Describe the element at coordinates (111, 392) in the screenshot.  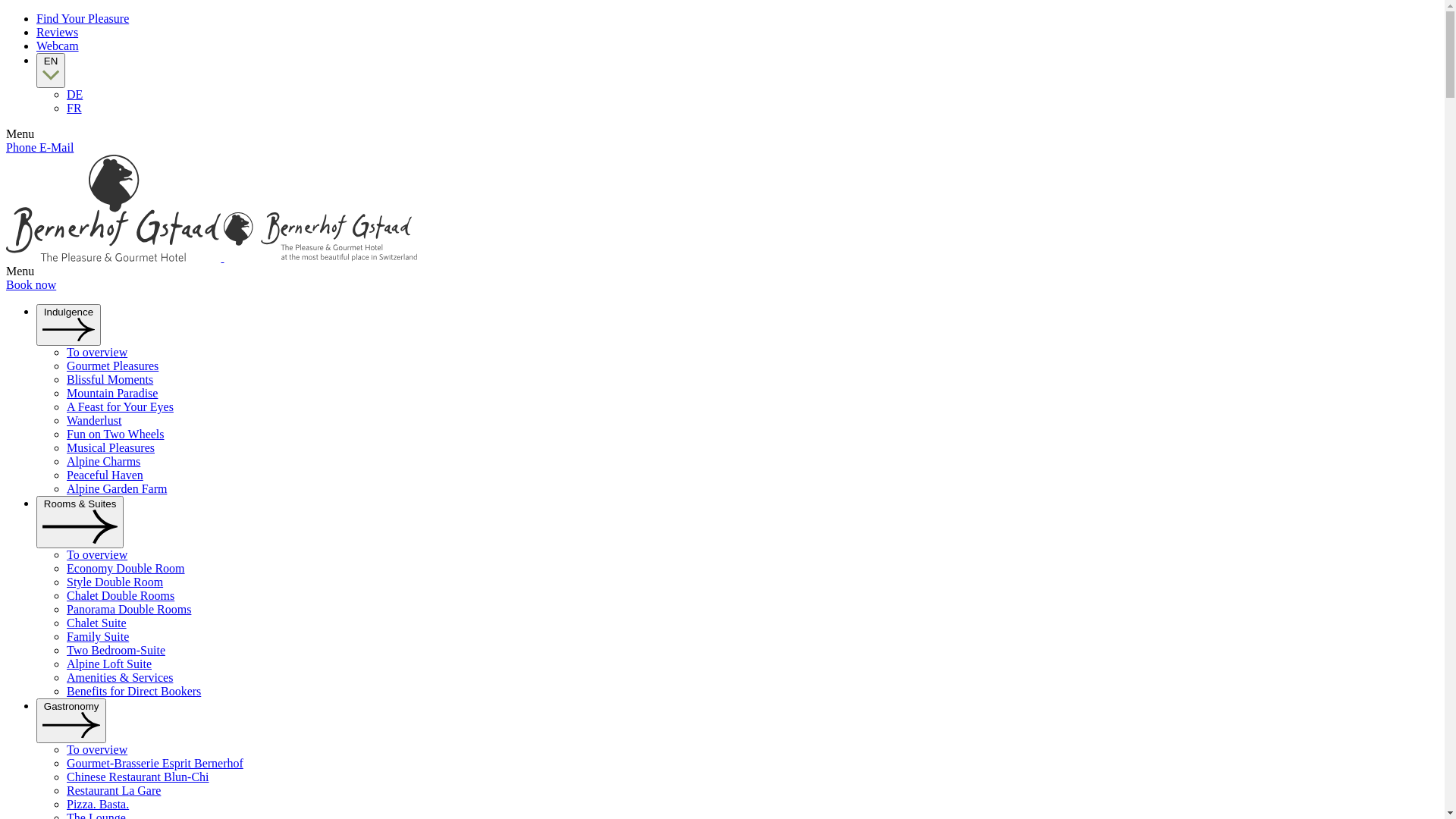
I see `'Mountain Paradise'` at that location.